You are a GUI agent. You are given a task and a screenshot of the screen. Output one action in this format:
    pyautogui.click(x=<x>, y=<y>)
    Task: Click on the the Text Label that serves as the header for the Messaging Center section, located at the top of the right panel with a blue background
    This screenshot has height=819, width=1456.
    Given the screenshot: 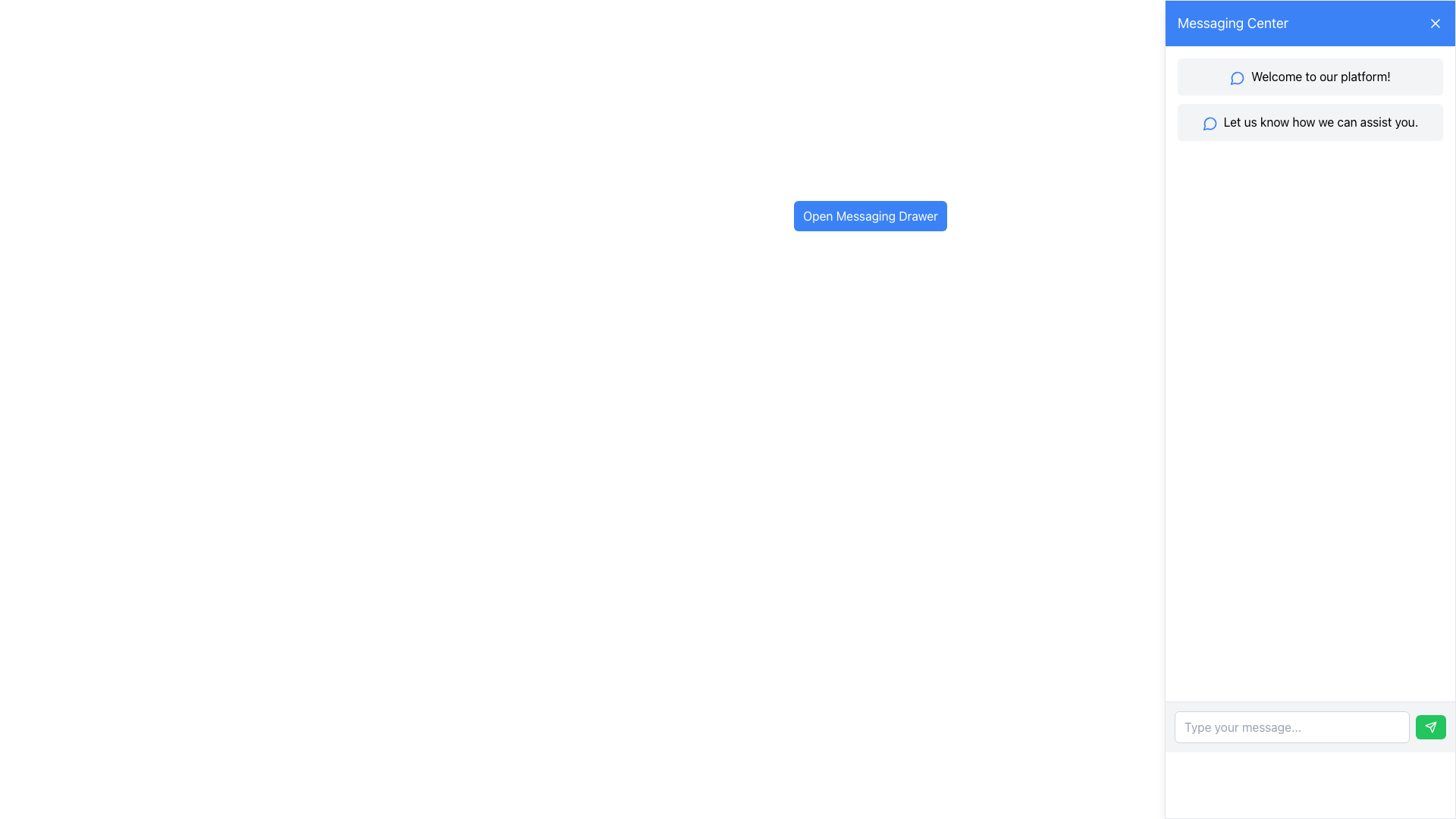 What is the action you would take?
    pyautogui.click(x=1233, y=23)
    